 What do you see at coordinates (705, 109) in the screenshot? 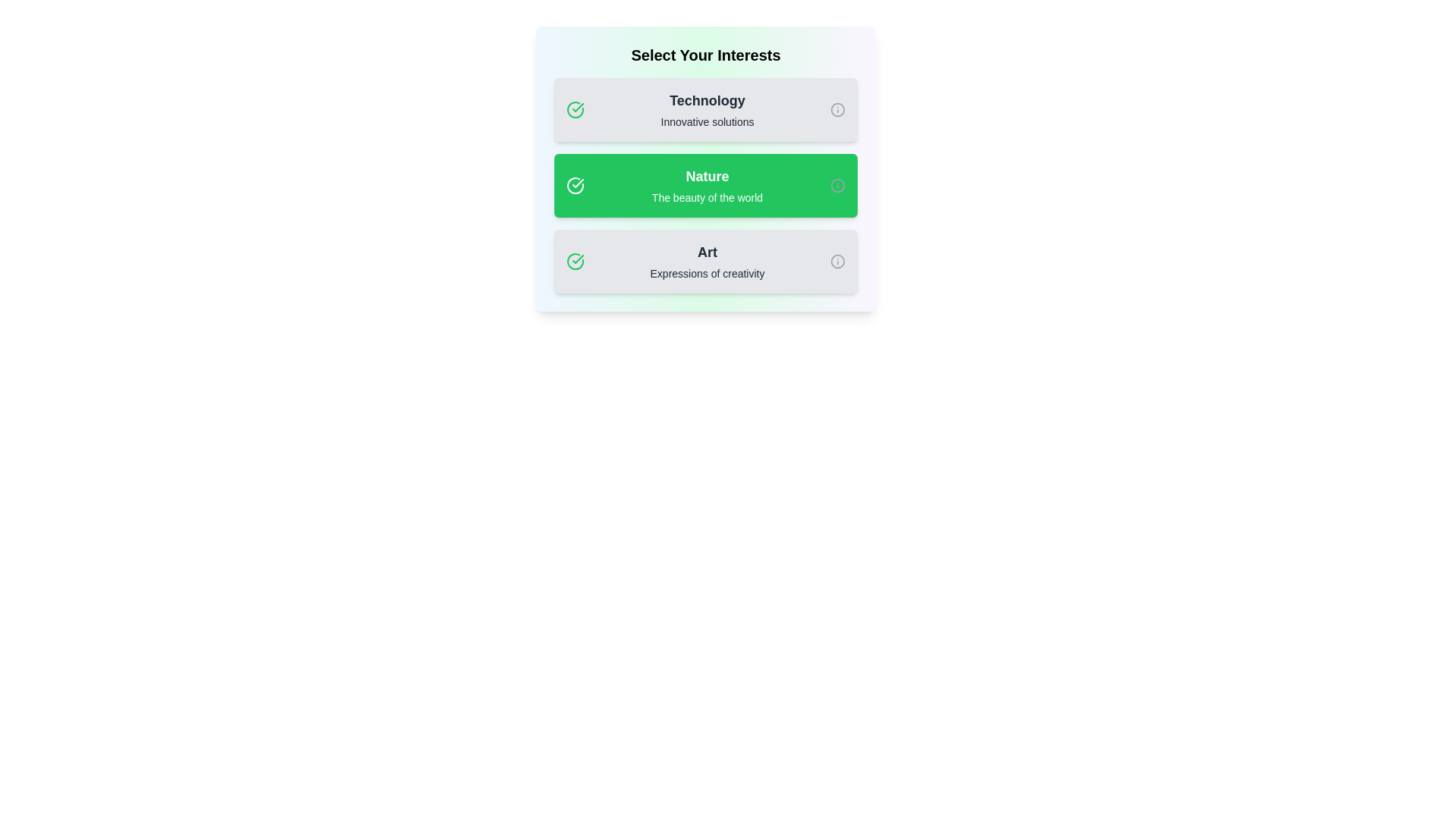
I see `the tag labeled 'Technology' to observe the visual feedback` at bounding box center [705, 109].